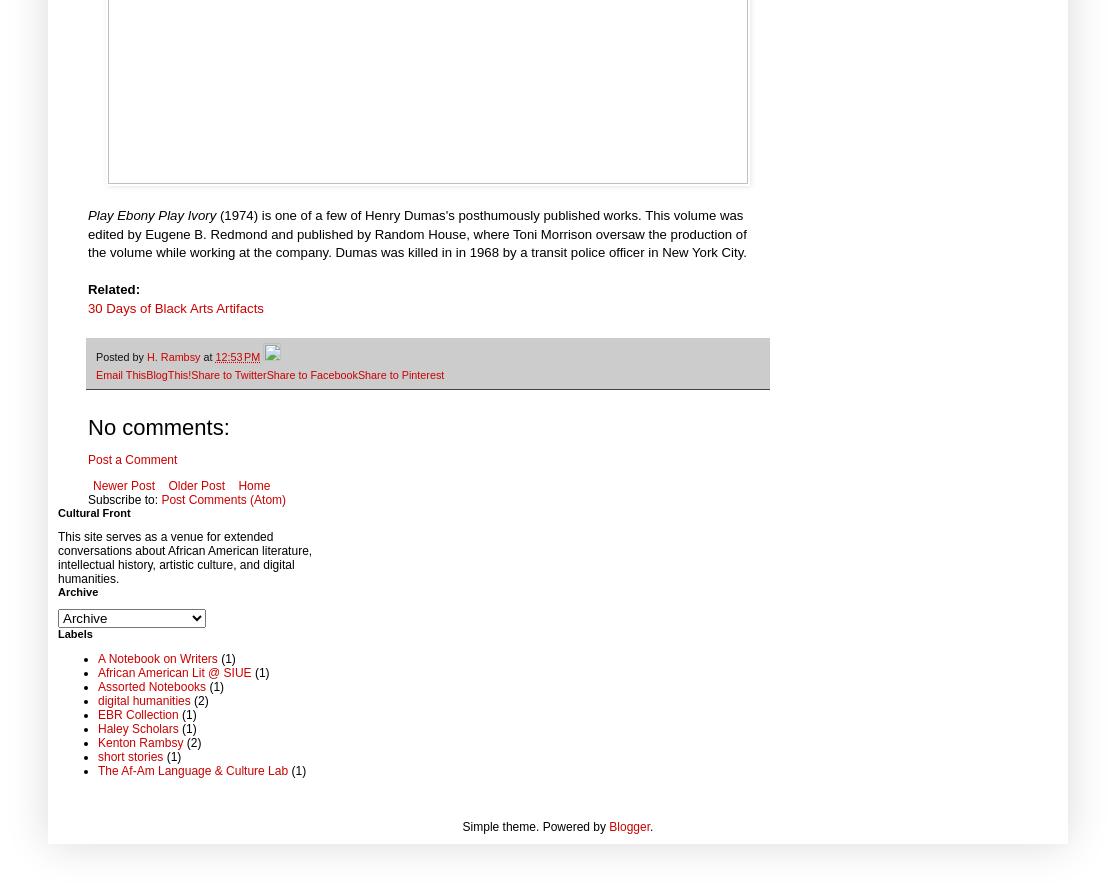 This screenshot has height=892, width=1108. What do you see at coordinates (121, 355) in the screenshot?
I see `'Posted by'` at bounding box center [121, 355].